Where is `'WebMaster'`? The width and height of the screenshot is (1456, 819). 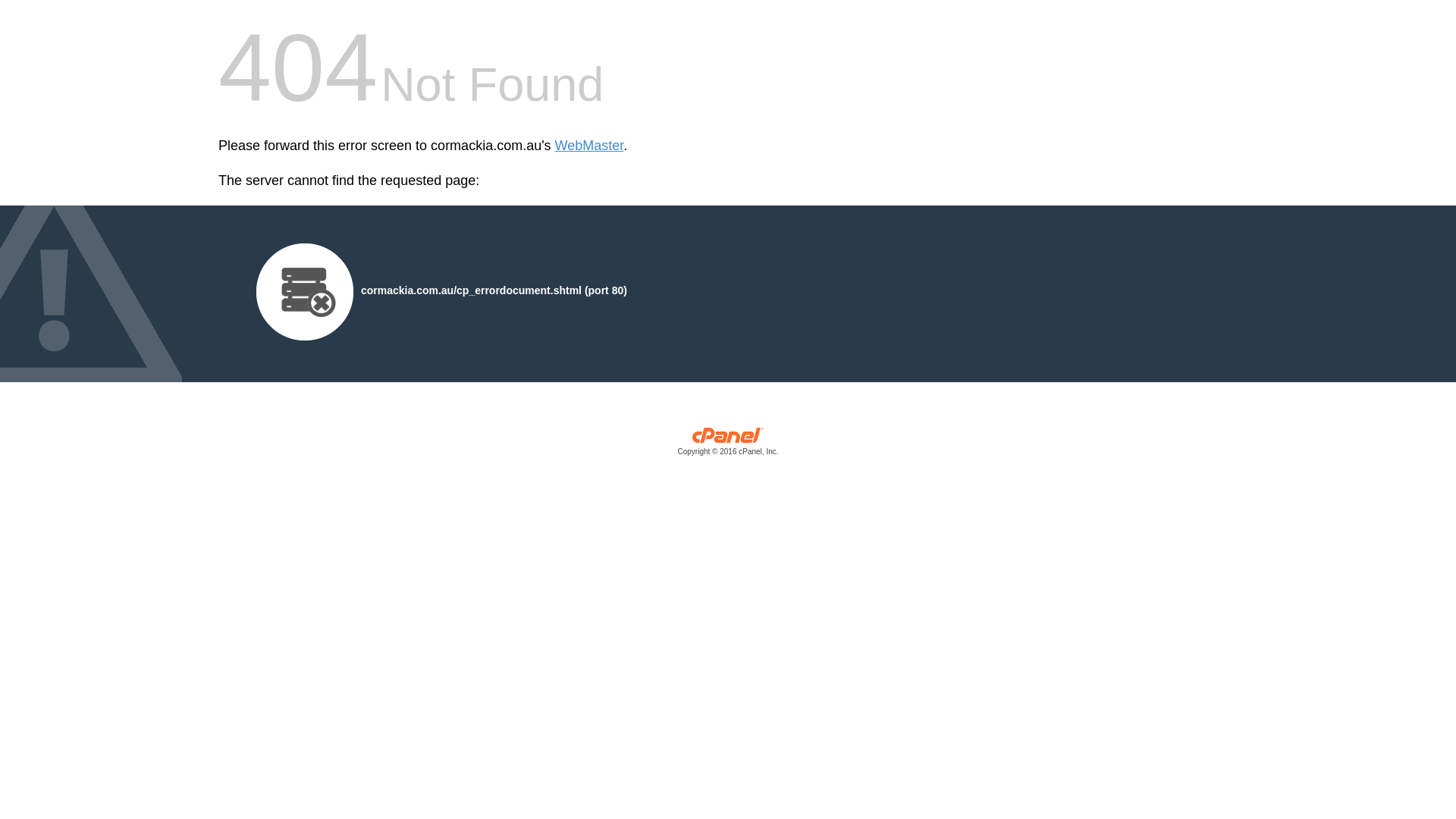 'WebMaster' is located at coordinates (588, 146).